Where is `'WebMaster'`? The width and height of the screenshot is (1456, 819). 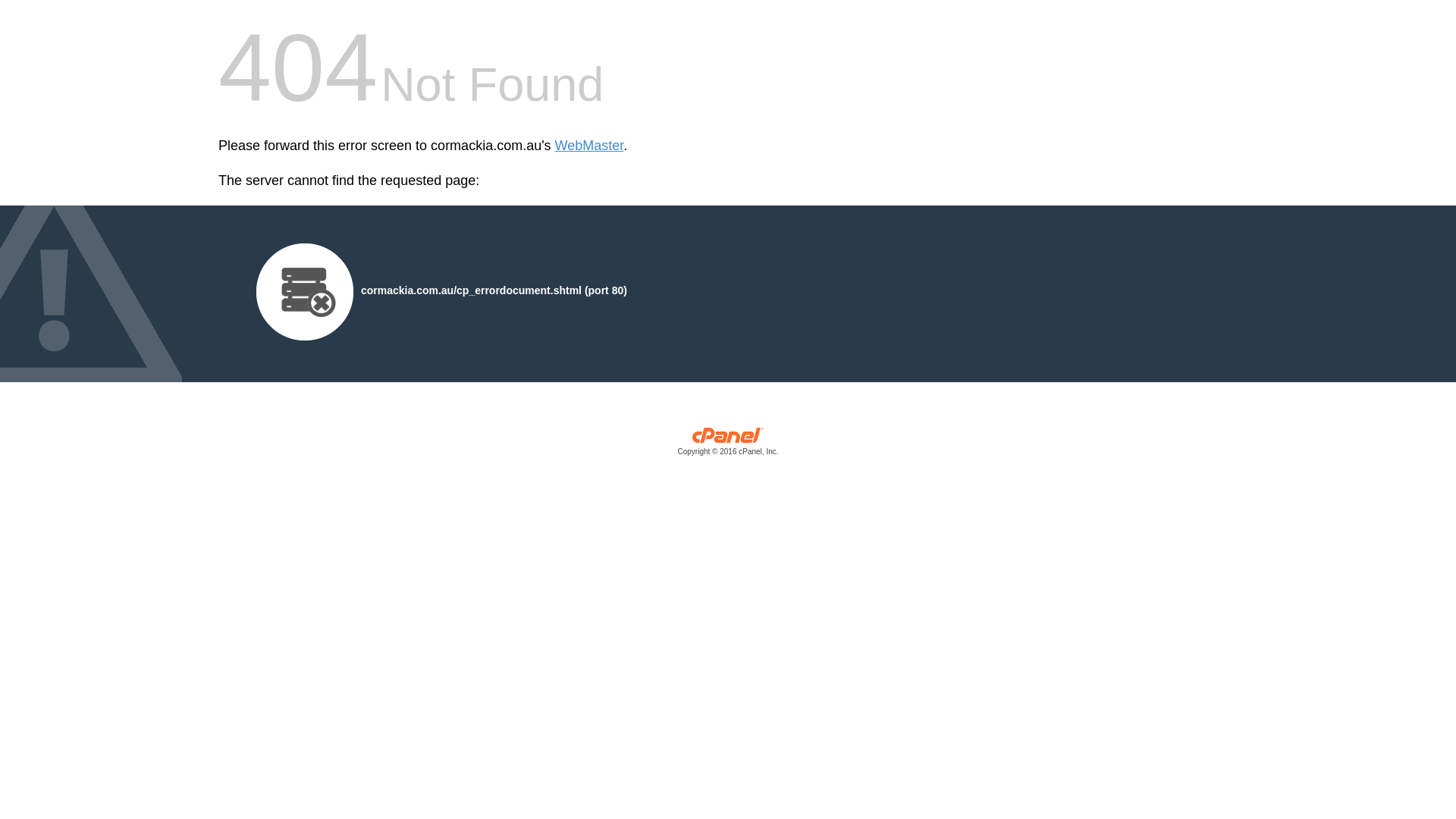 'WebMaster' is located at coordinates (588, 146).